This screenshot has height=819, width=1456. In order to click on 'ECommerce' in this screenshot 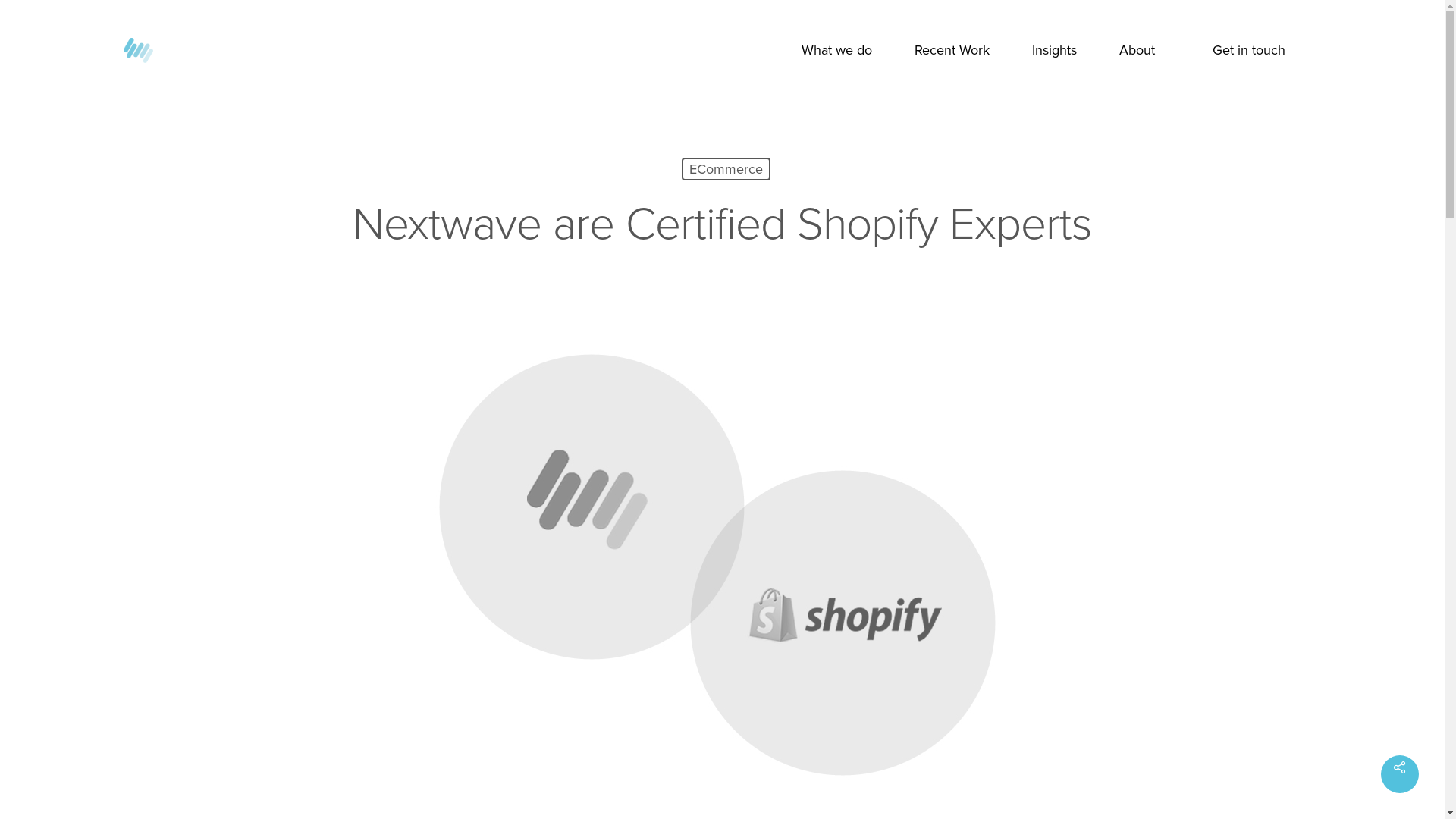, I will do `click(679, 169)`.